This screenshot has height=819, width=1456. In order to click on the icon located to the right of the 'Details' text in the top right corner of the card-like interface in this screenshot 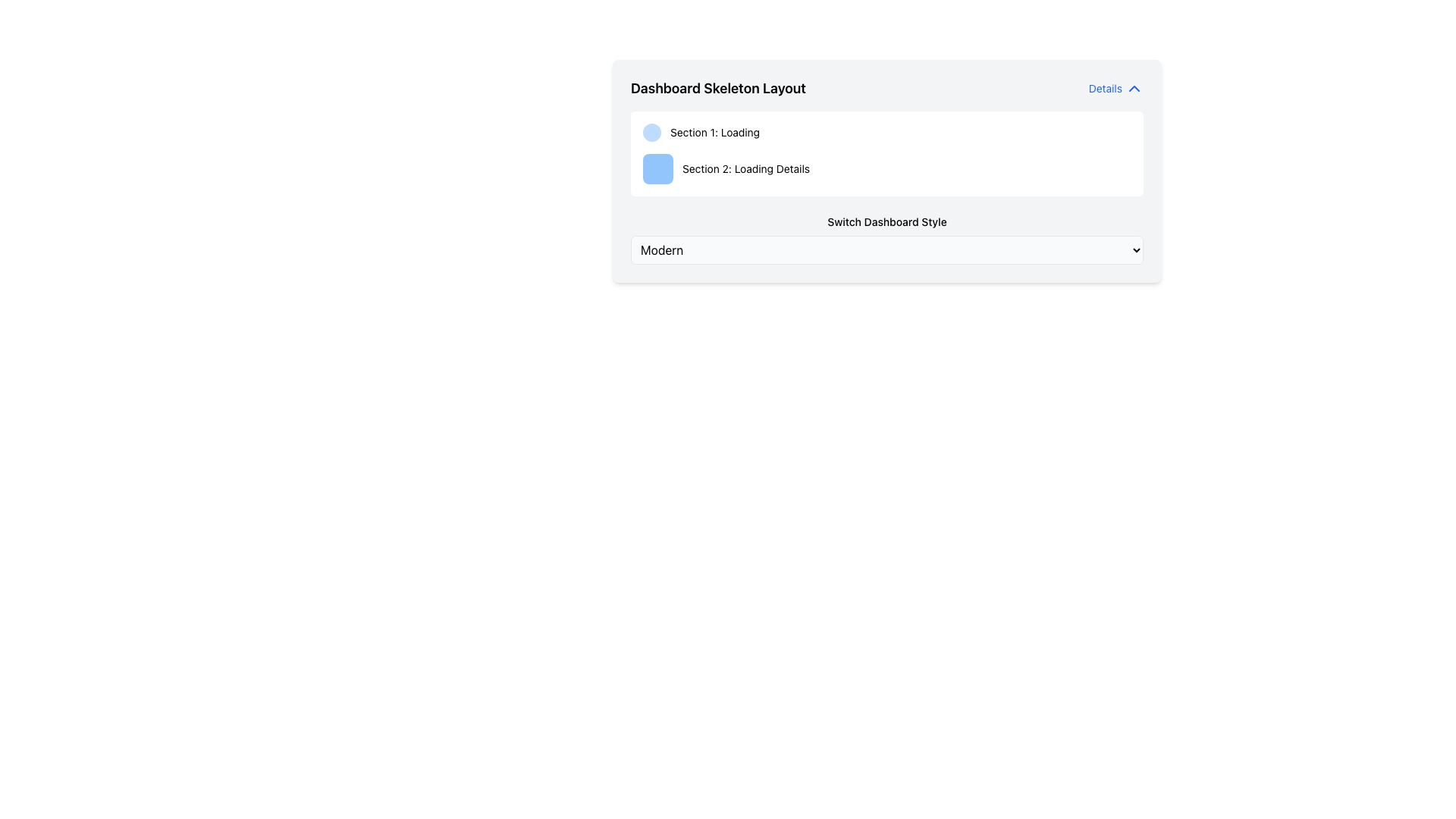, I will do `click(1134, 88)`.